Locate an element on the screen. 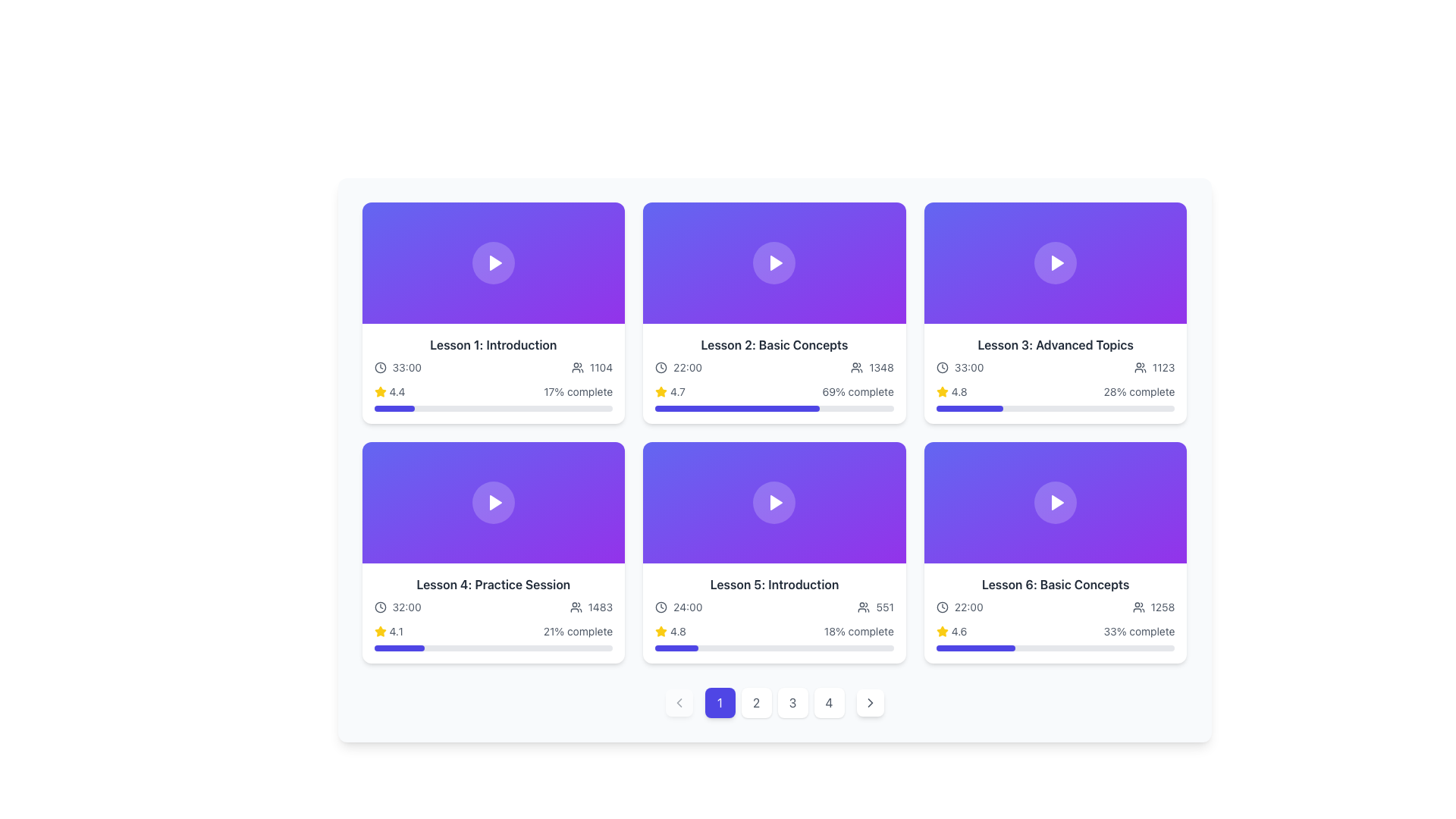 The width and height of the screenshot is (1456, 819). the count represented by the user icon label displaying '1104', located to the right of '33:00' in the card titled 'Lesson 1: Introduction' is located at coordinates (591, 368).